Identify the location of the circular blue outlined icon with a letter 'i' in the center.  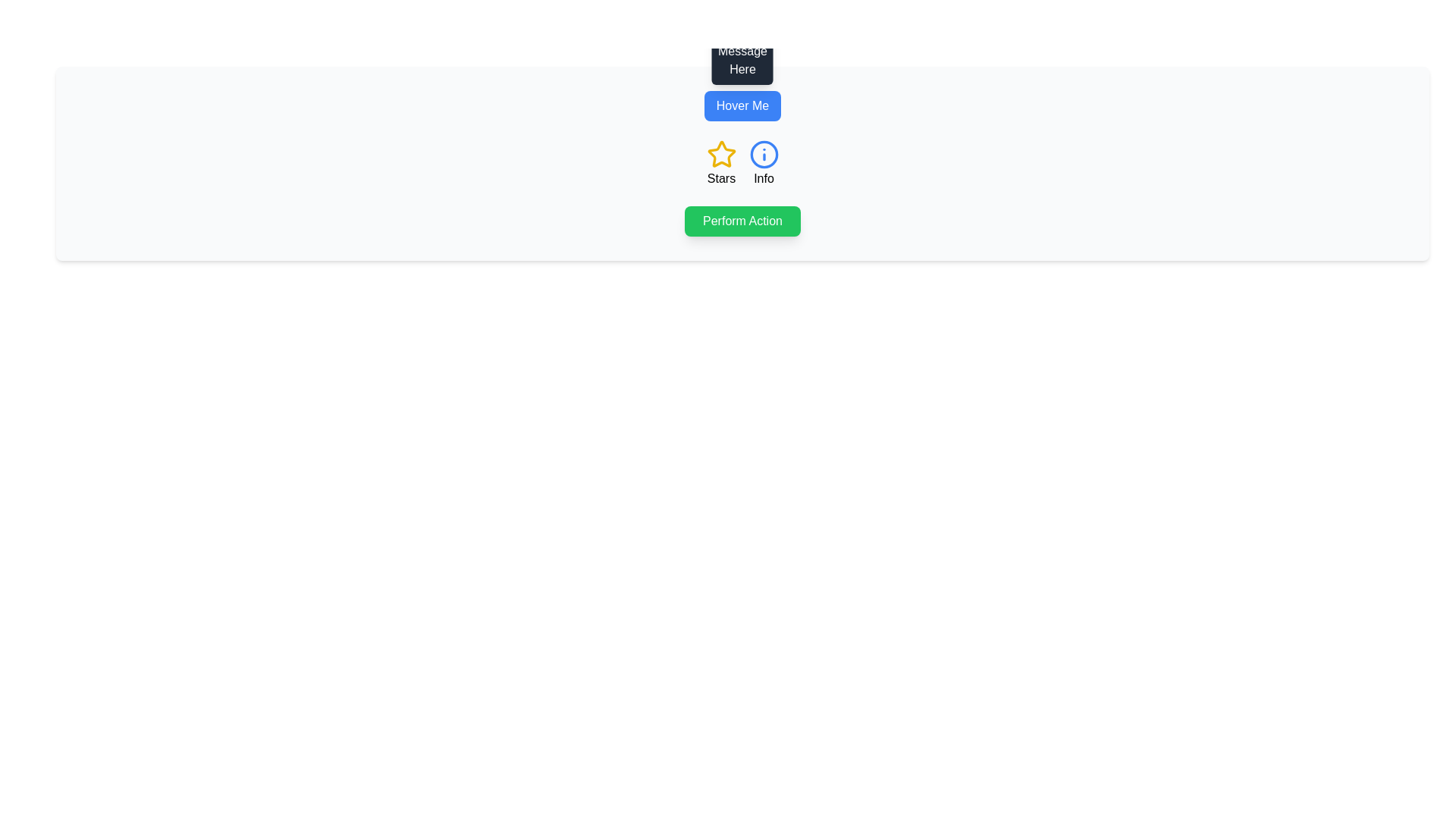
(764, 155).